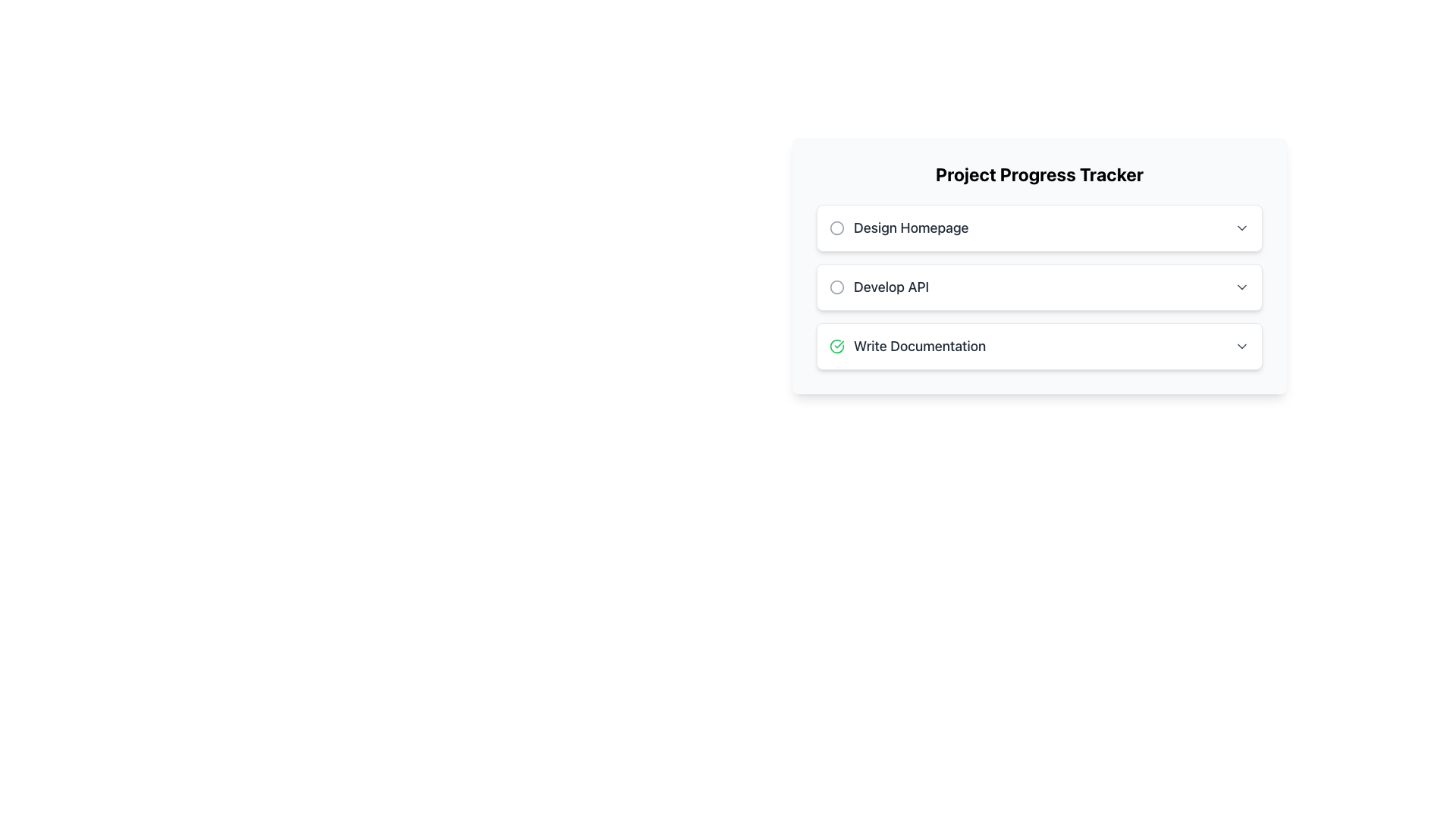 The height and width of the screenshot is (819, 1456). Describe the element at coordinates (836, 227) in the screenshot. I see `the status icon located to the left of the 'Design Homepage' text in the 'Project Progress Tracker' list` at that location.